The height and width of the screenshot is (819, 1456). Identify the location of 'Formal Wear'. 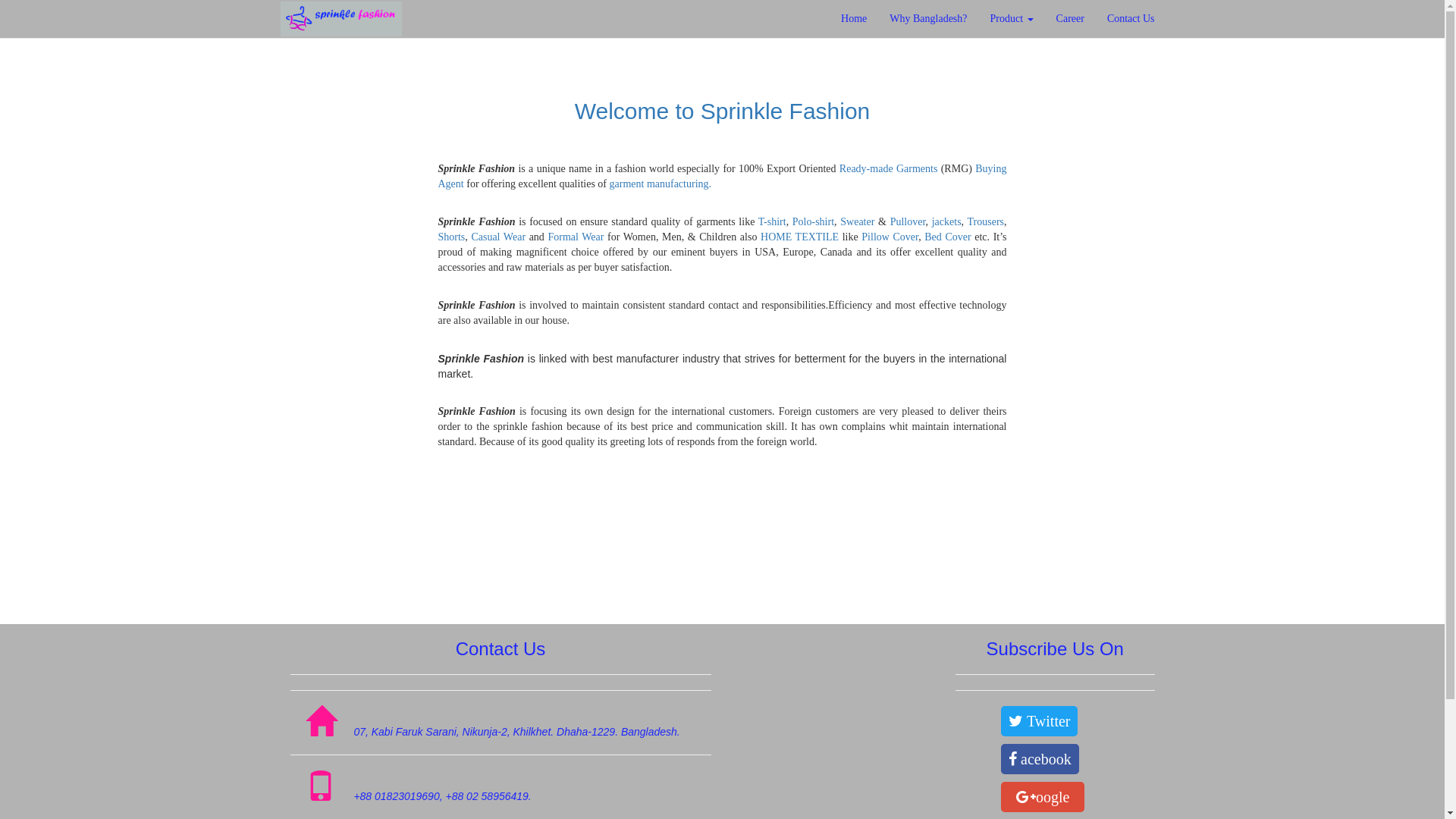
(574, 237).